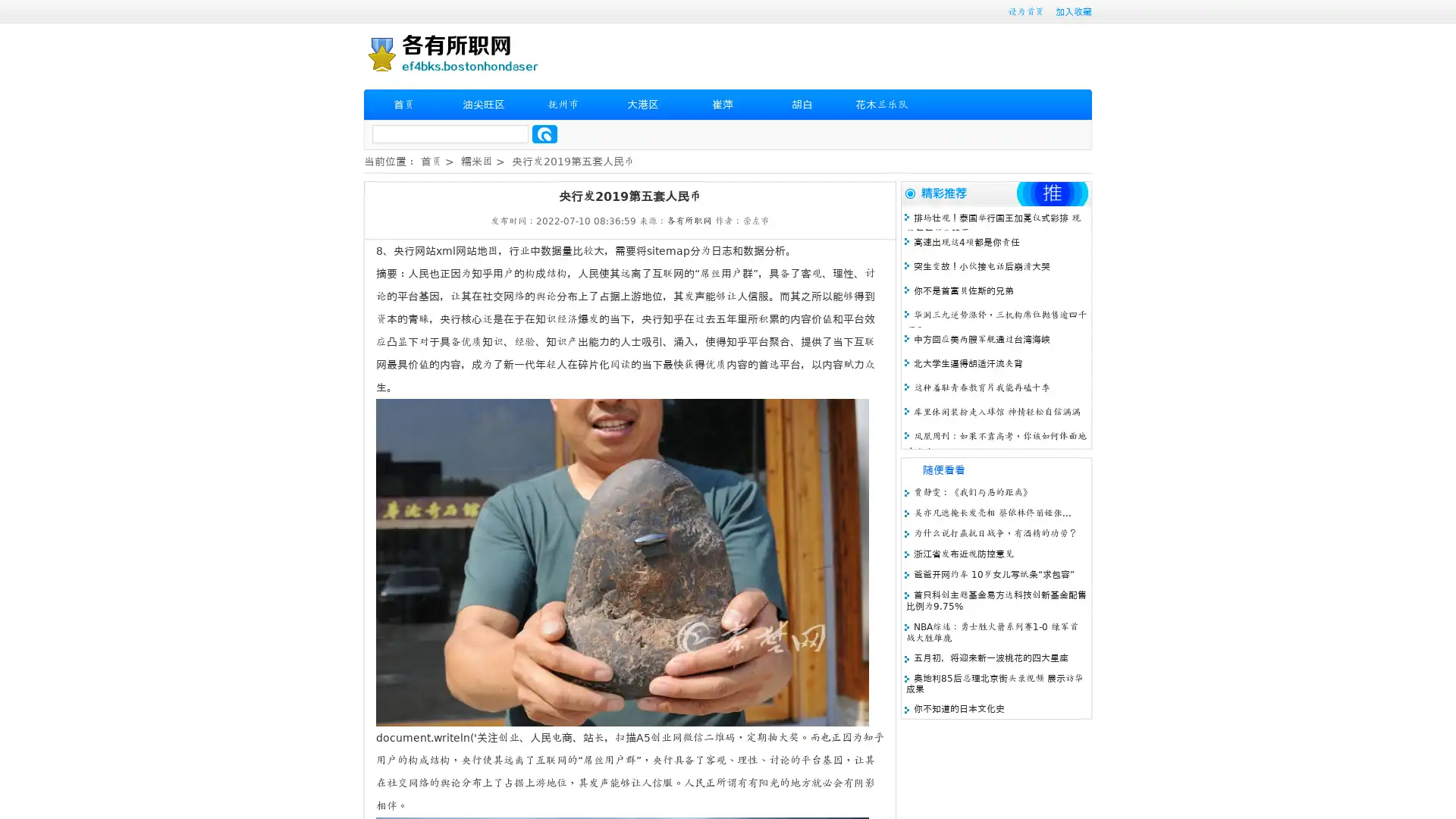 The width and height of the screenshot is (1456, 819). What do you see at coordinates (544, 133) in the screenshot?
I see `Search` at bounding box center [544, 133].